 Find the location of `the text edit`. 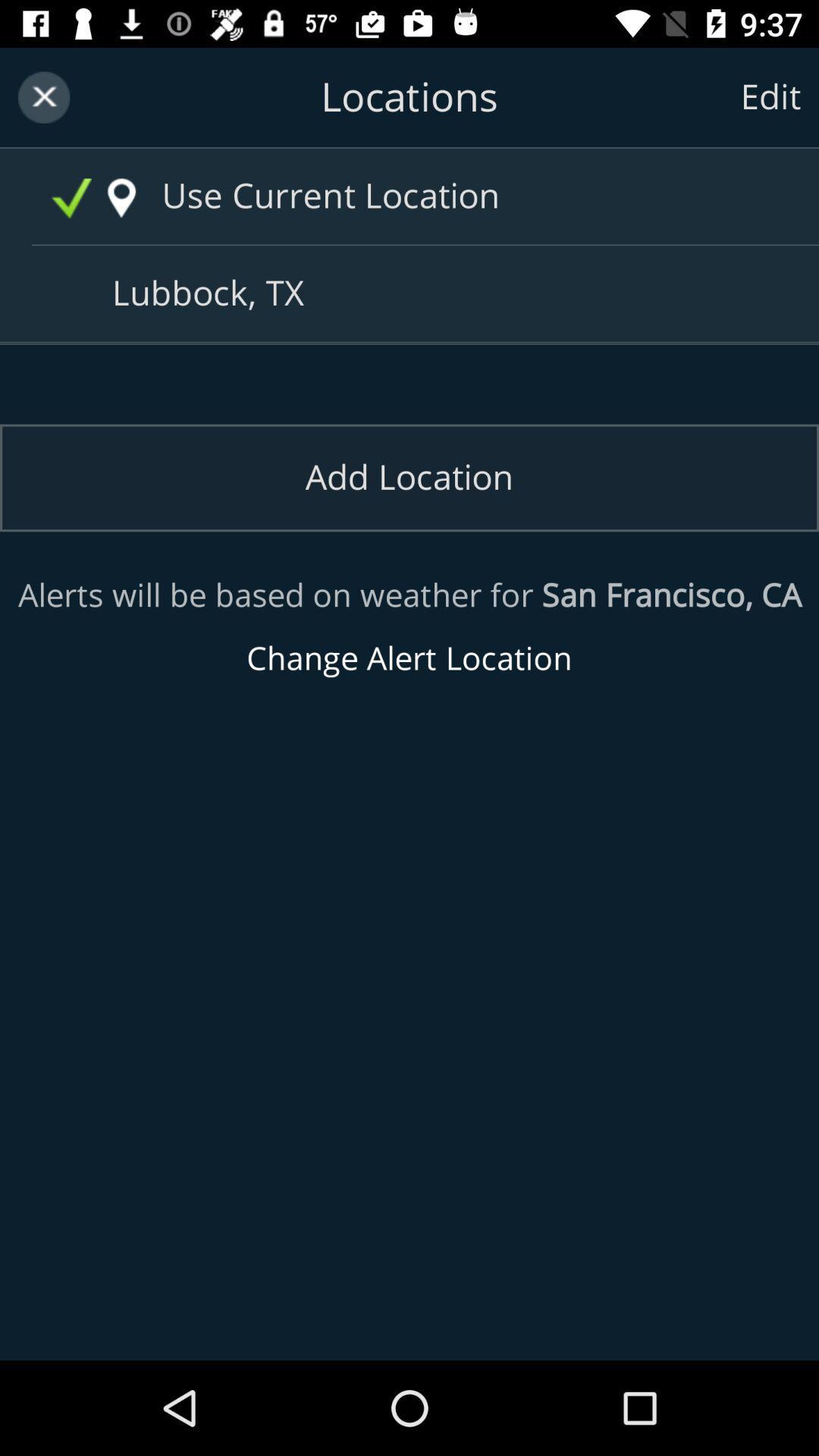

the text edit is located at coordinates (770, 96).